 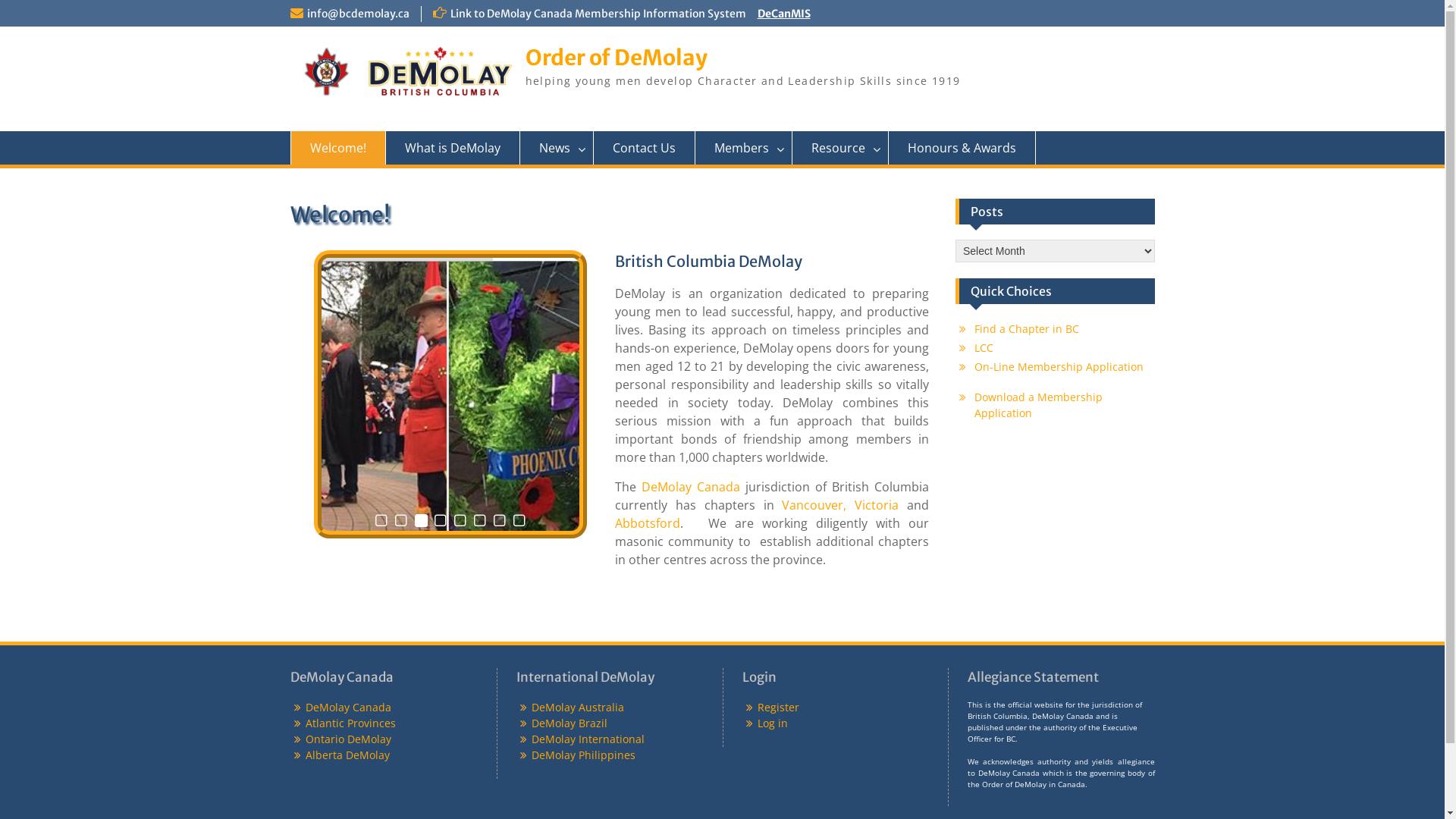 I want to click on 'Welcome!', so click(x=290, y=148).